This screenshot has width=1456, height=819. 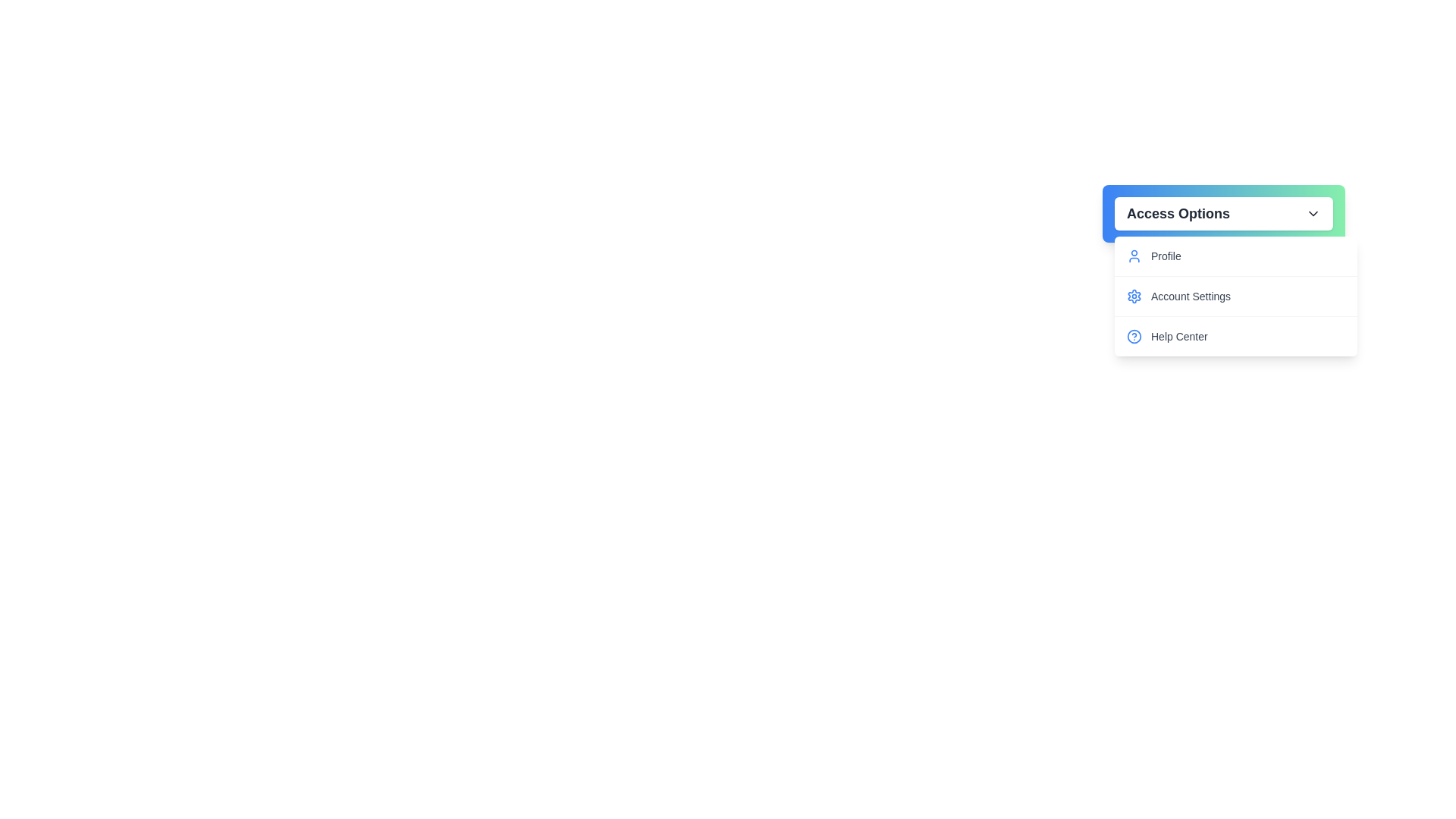 What do you see at coordinates (1236, 335) in the screenshot?
I see `the third menu item in the vertical dropdown menu, which is intended for accessing help or support functionalities, located below 'Account Settings'` at bounding box center [1236, 335].